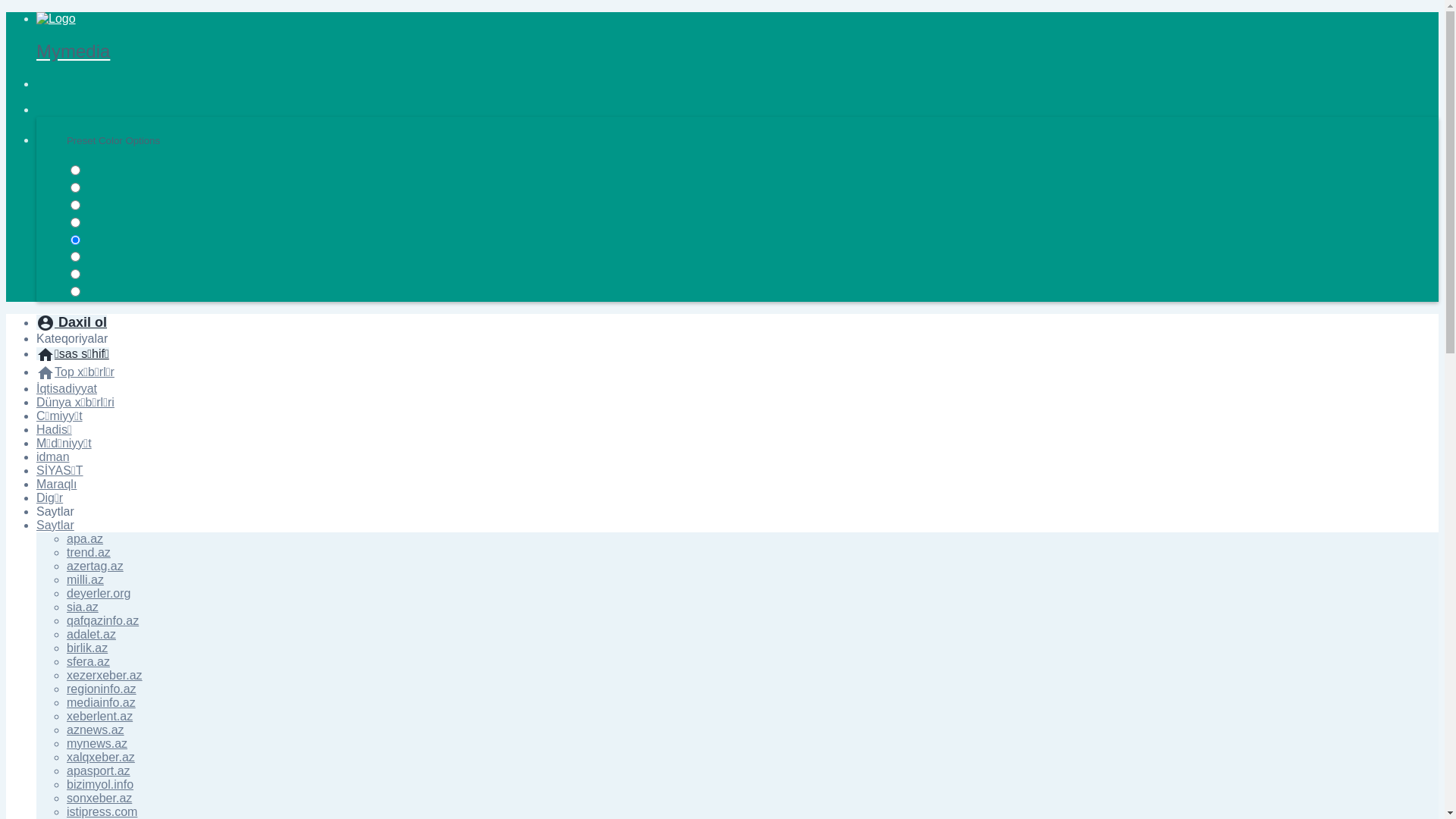 The width and height of the screenshot is (1456, 819). Describe the element at coordinates (65, 811) in the screenshot. I see `'istipress.com'` at that location.